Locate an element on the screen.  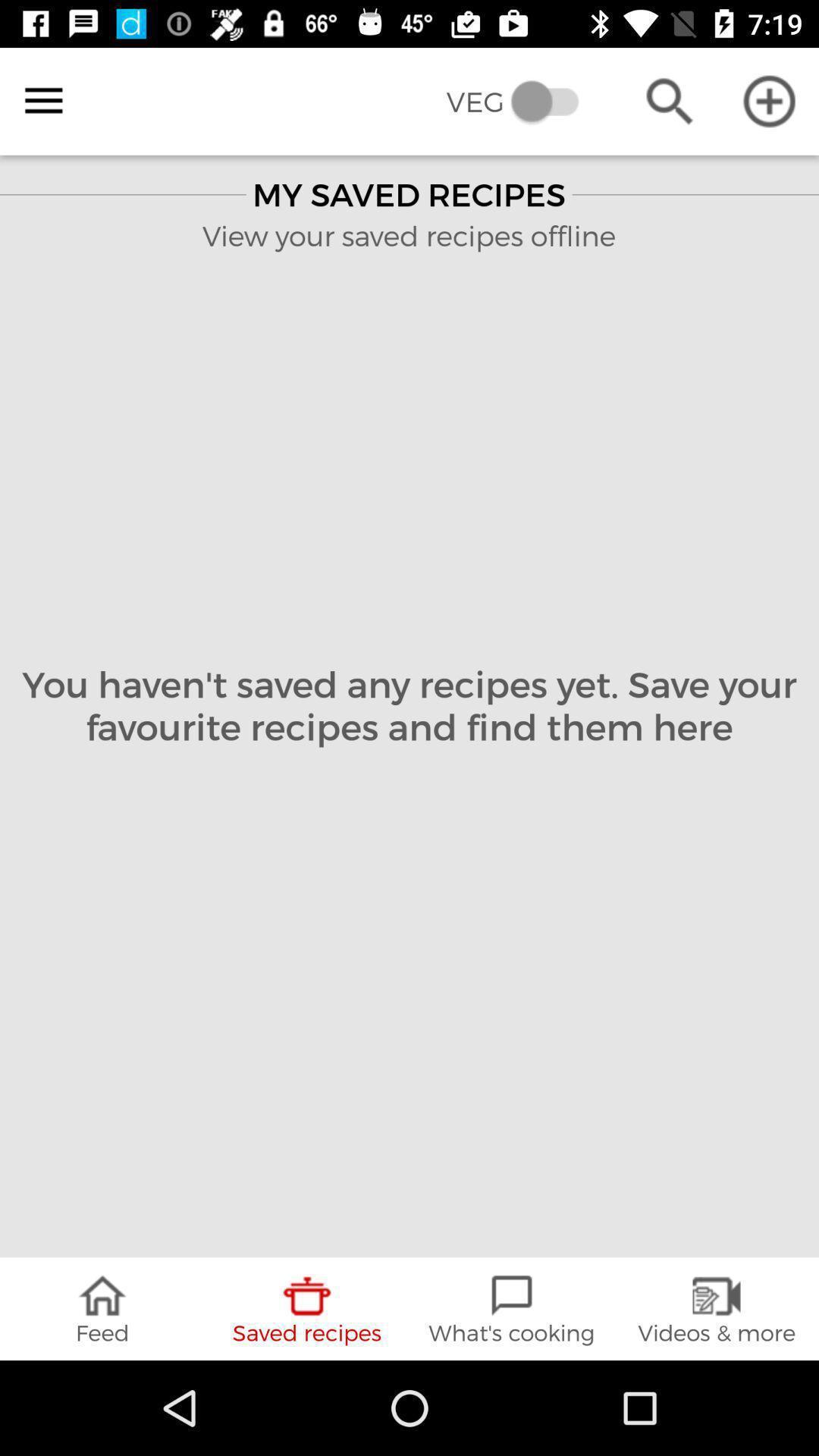
the icon next to the saved recipes item is located at coordinates (512, 1308).